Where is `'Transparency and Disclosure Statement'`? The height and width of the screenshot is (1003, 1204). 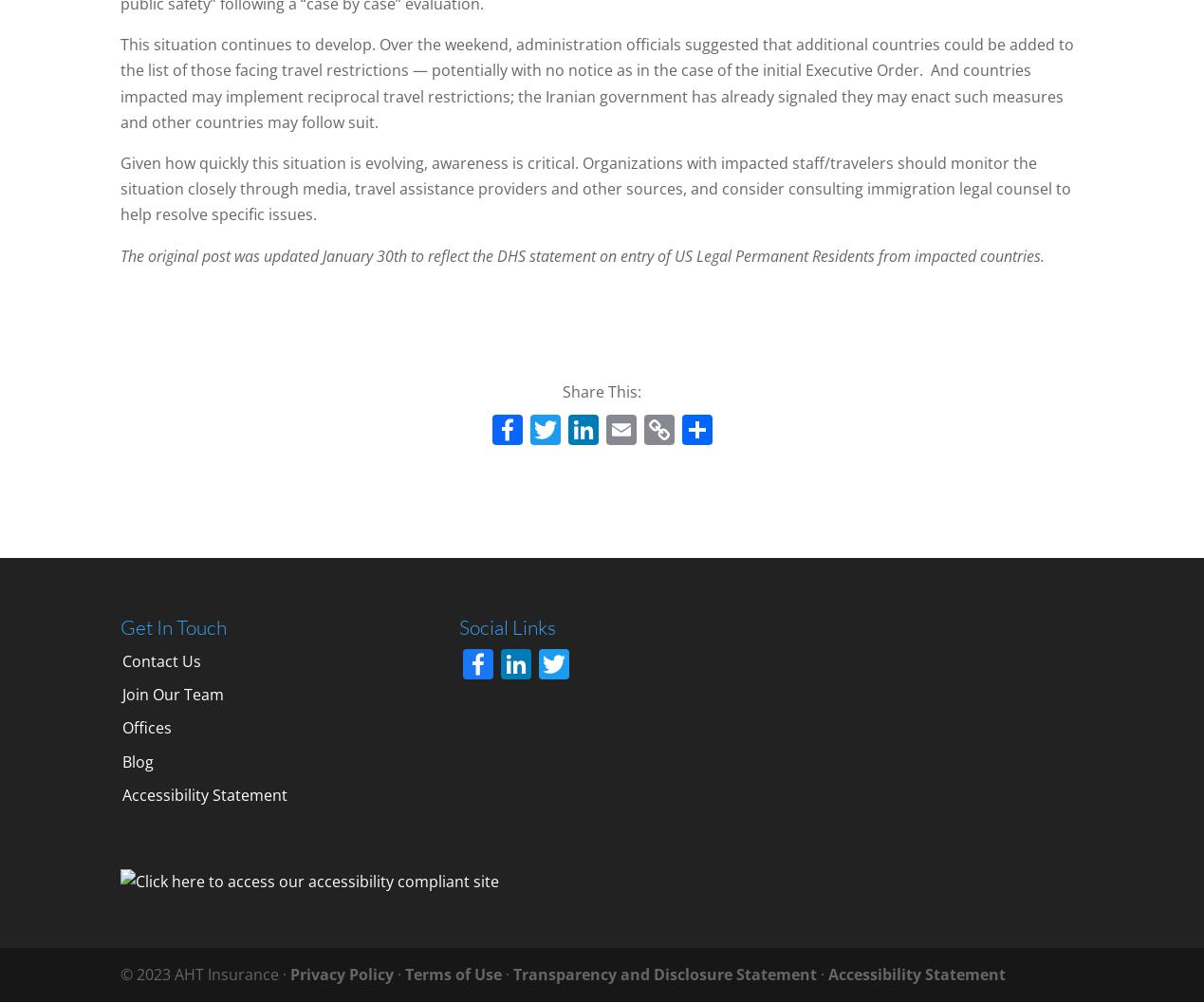 'Transparency and Disclosure Statement' is located at coordinates (663, 973).